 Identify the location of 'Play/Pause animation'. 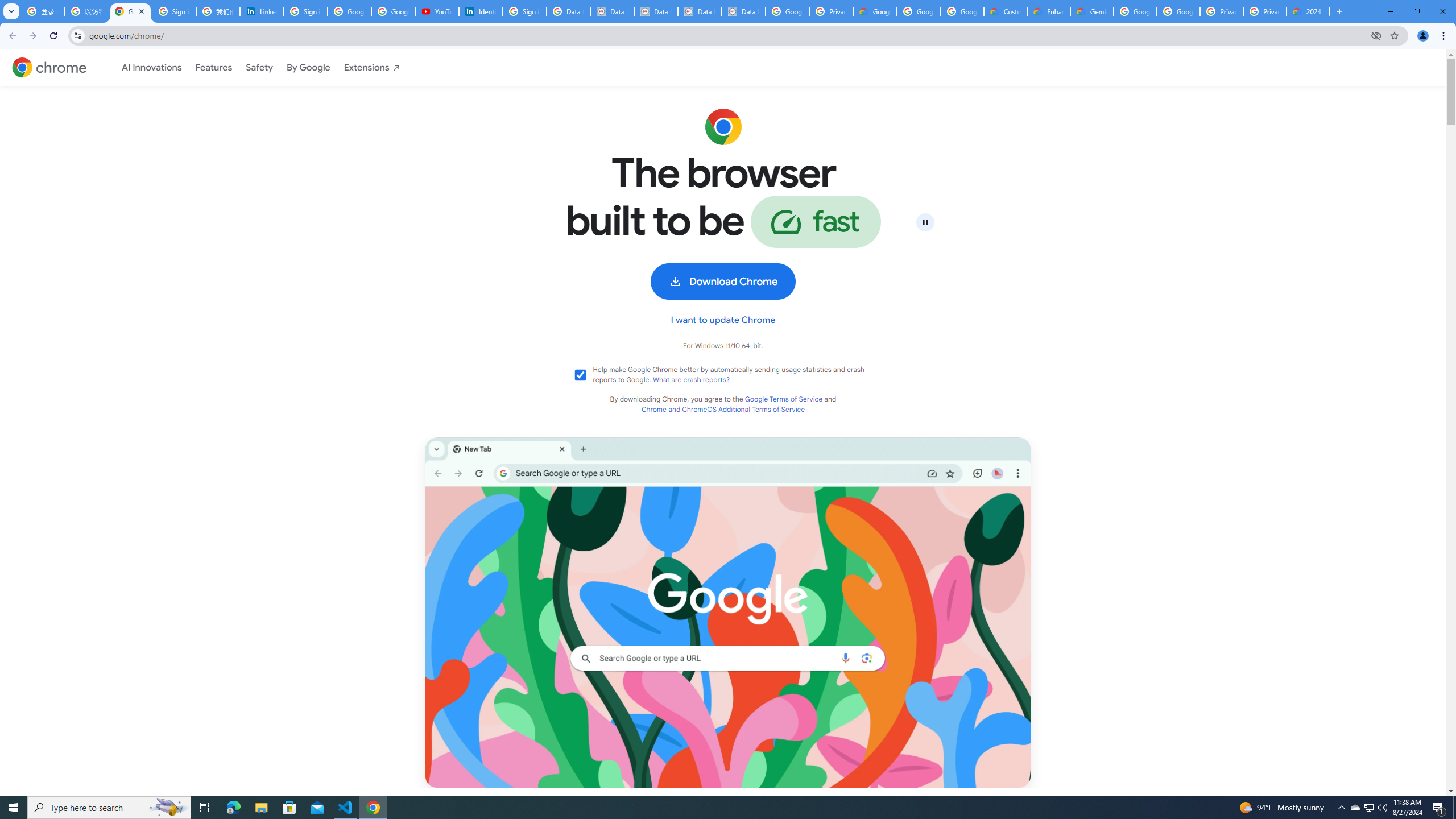
(925, 222).